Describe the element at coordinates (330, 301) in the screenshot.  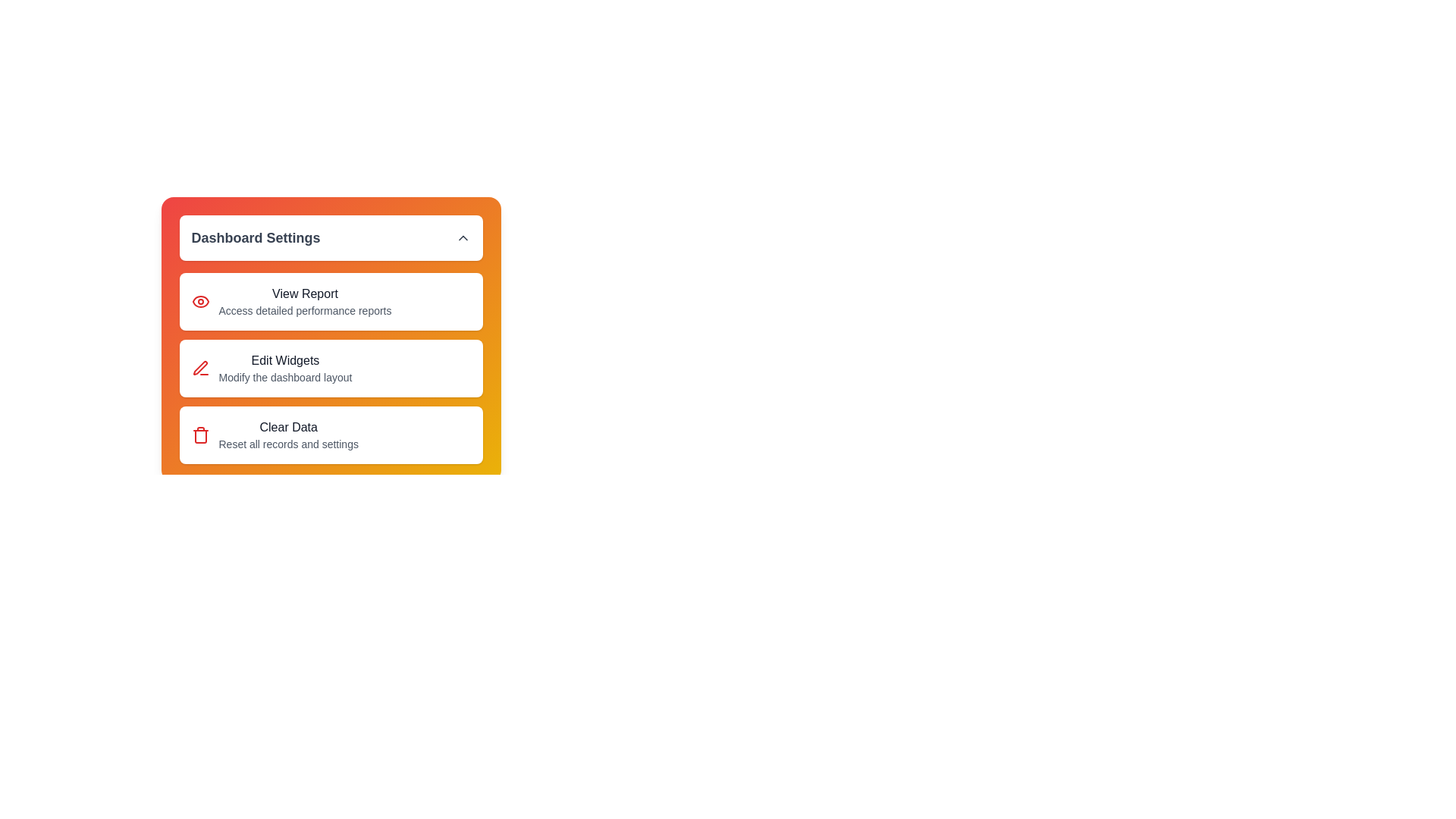
I see `the menu option View Report` at that location.